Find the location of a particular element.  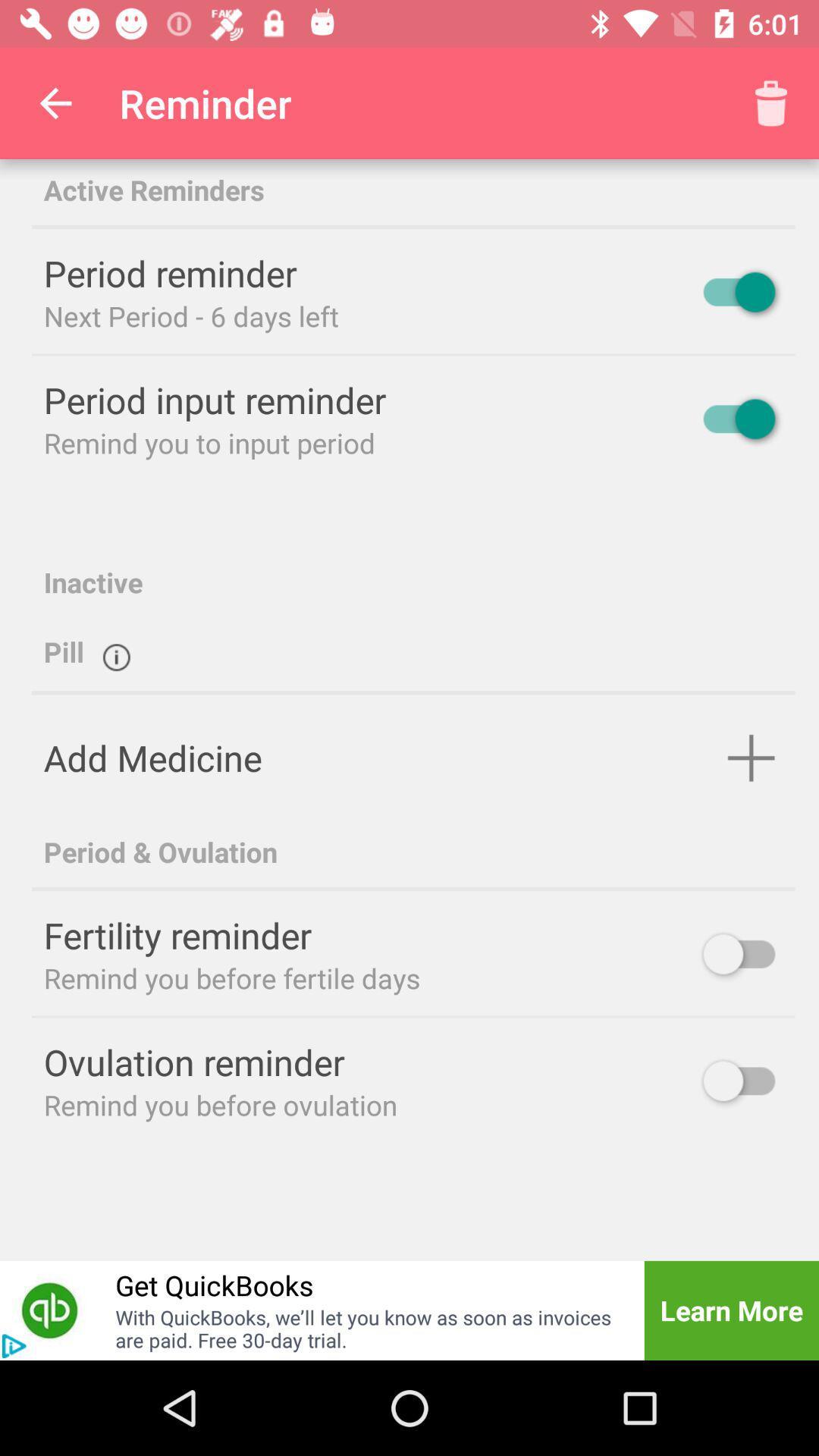

the play icon is located at coordinates (14, 1346).